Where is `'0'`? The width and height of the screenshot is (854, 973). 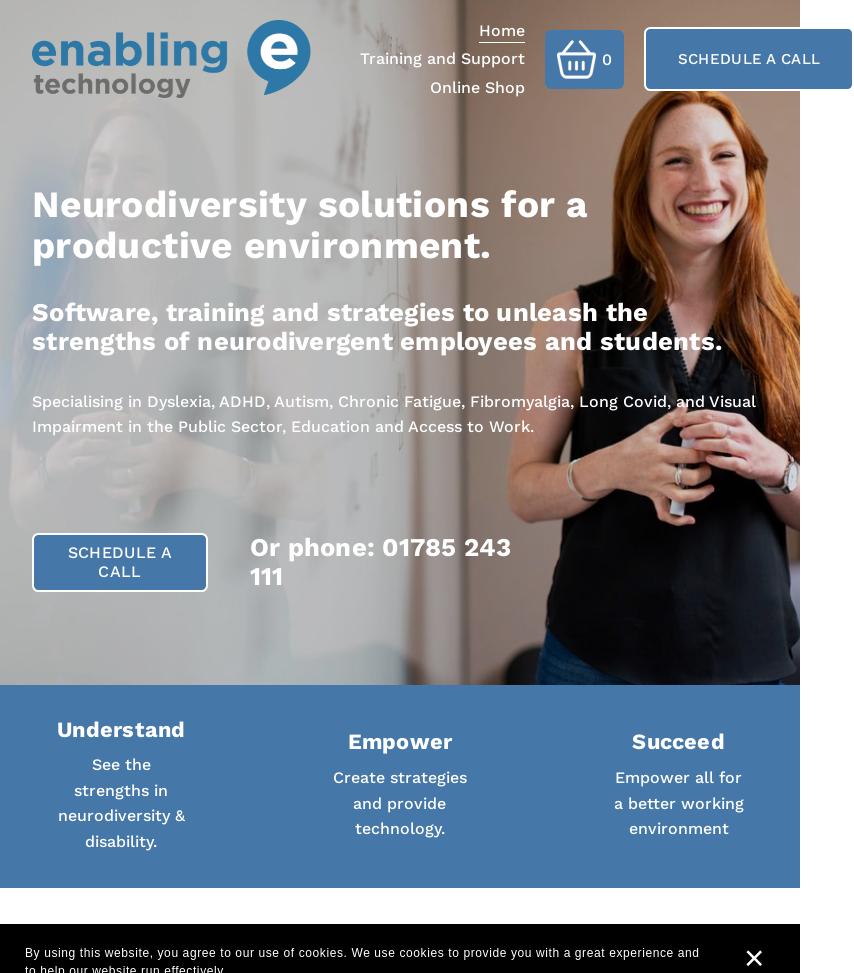
'0' is located at coordinates (605, 58).